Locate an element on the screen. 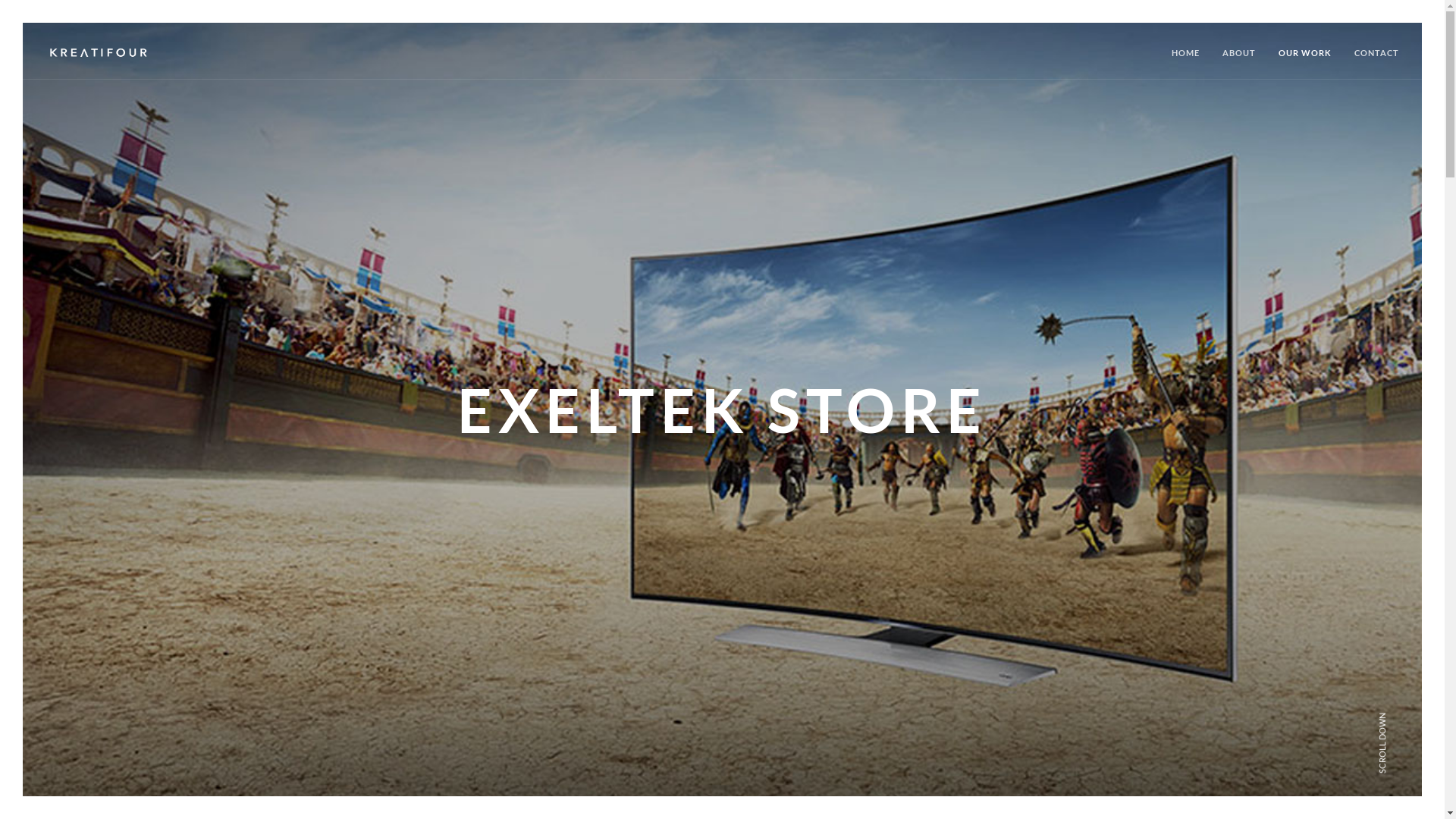 The width and height of the screenshot is (1456, 819). 'HOME' is located at coordinates (1185, 61).